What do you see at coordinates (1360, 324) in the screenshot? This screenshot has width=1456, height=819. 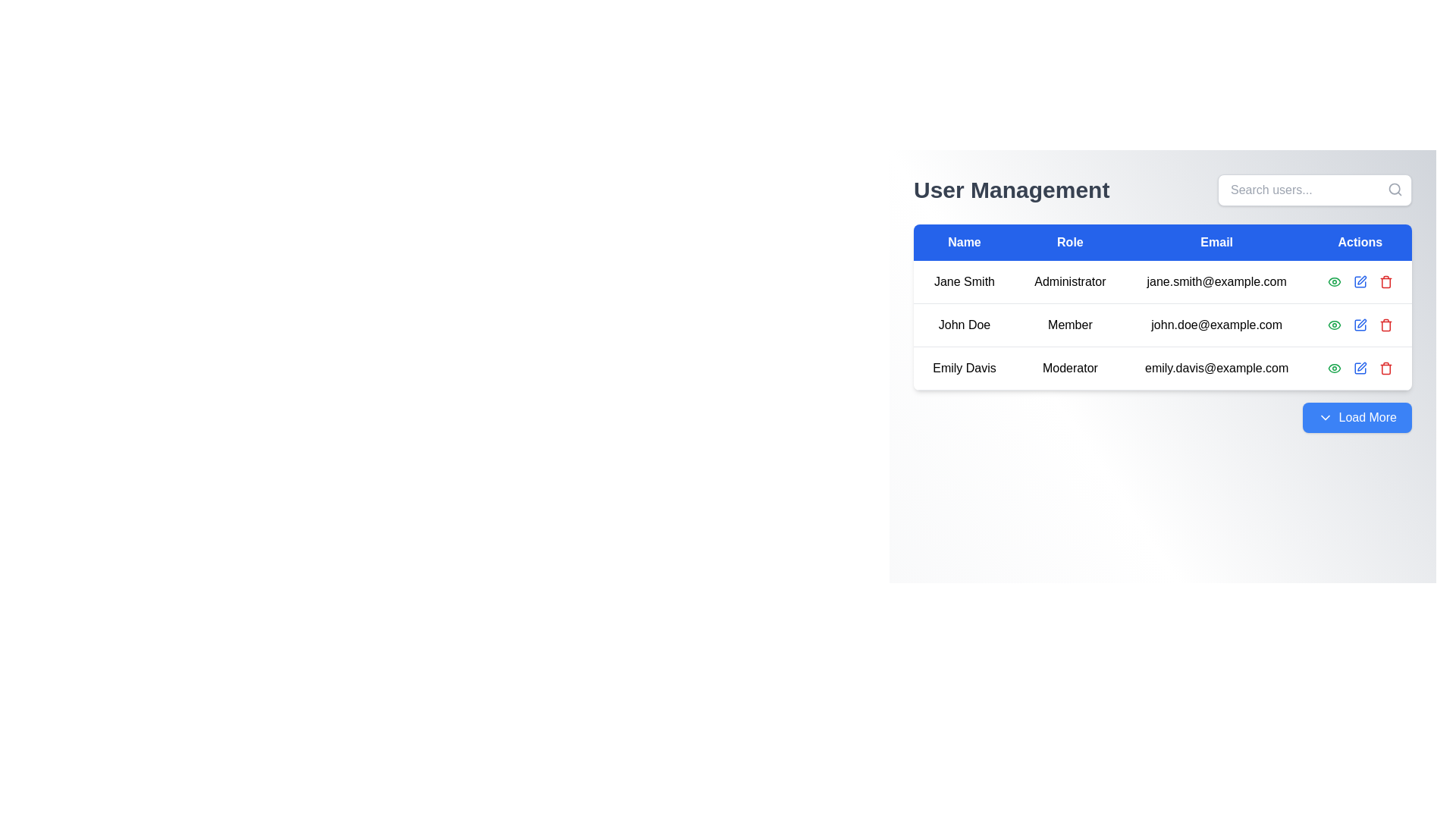 I see `the icon representing a box functionality located inside a faintly outlined button in the Action column of the user management system, specifically near the edit-related icons in the second user row` at bounding box center [1360, 324].